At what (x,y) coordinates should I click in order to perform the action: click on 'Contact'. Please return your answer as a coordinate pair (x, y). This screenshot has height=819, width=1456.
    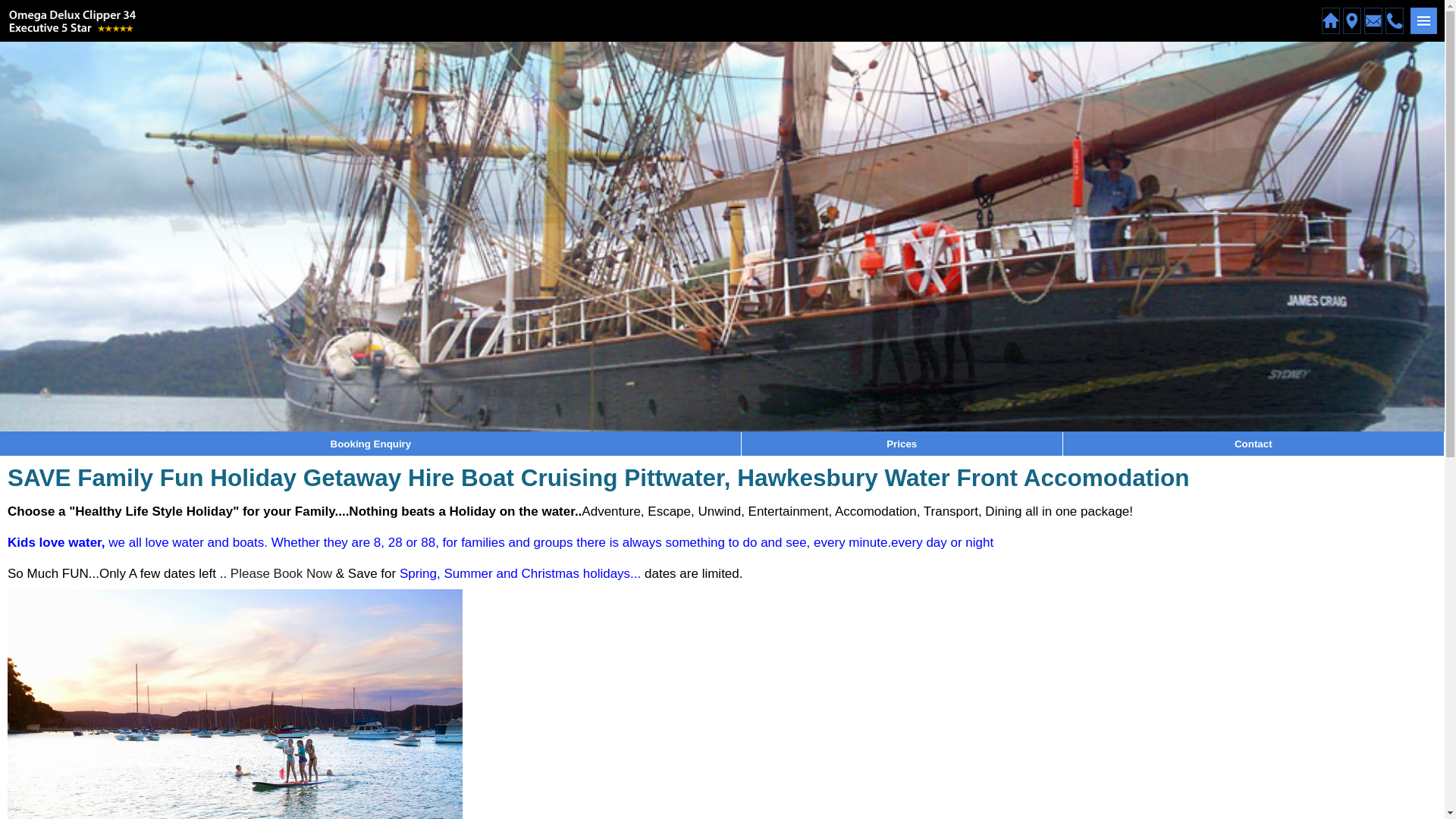
    Looking at the image, I should click on (1234, 444).